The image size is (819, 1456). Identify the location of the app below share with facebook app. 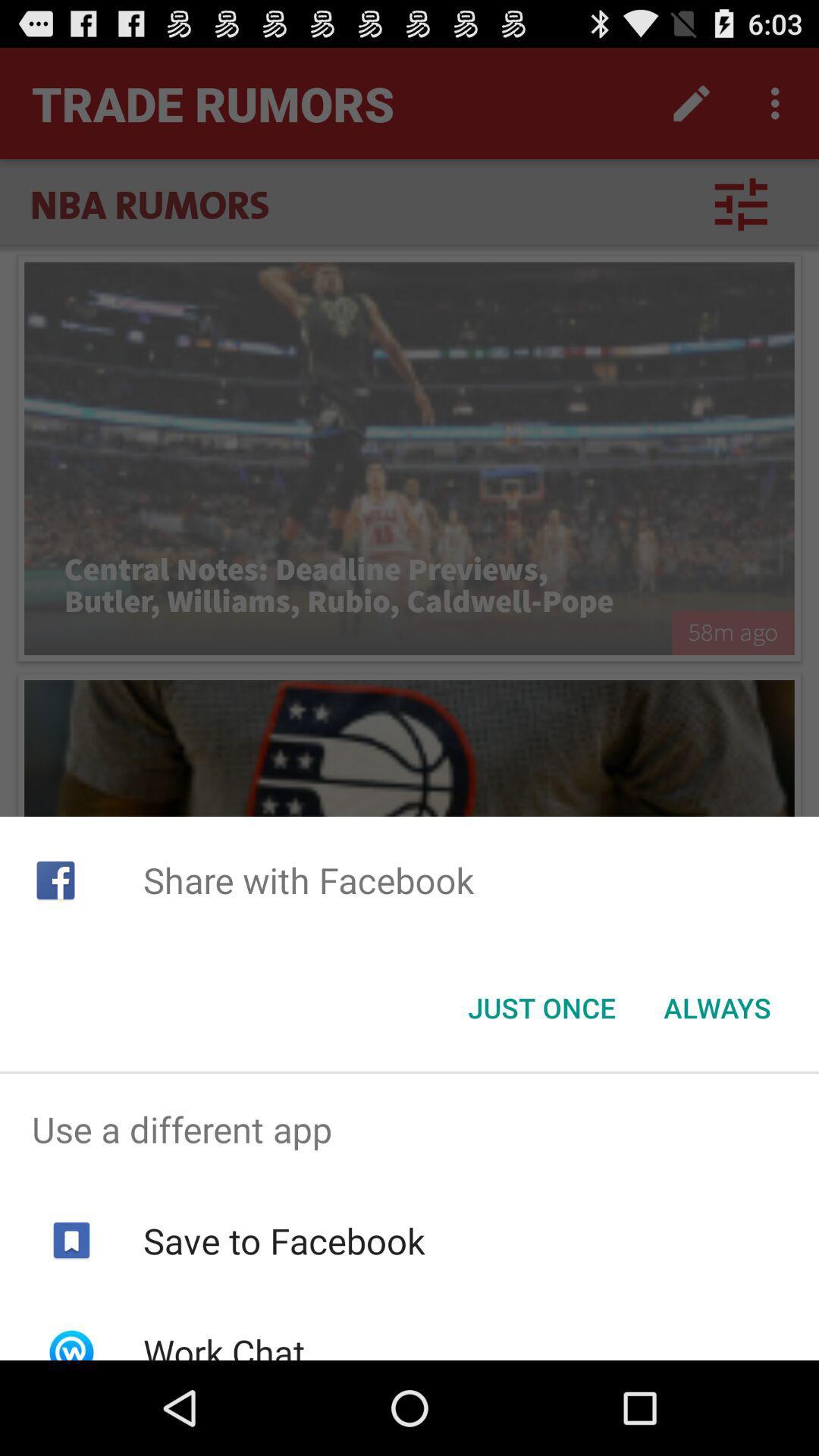
(541, 1008).